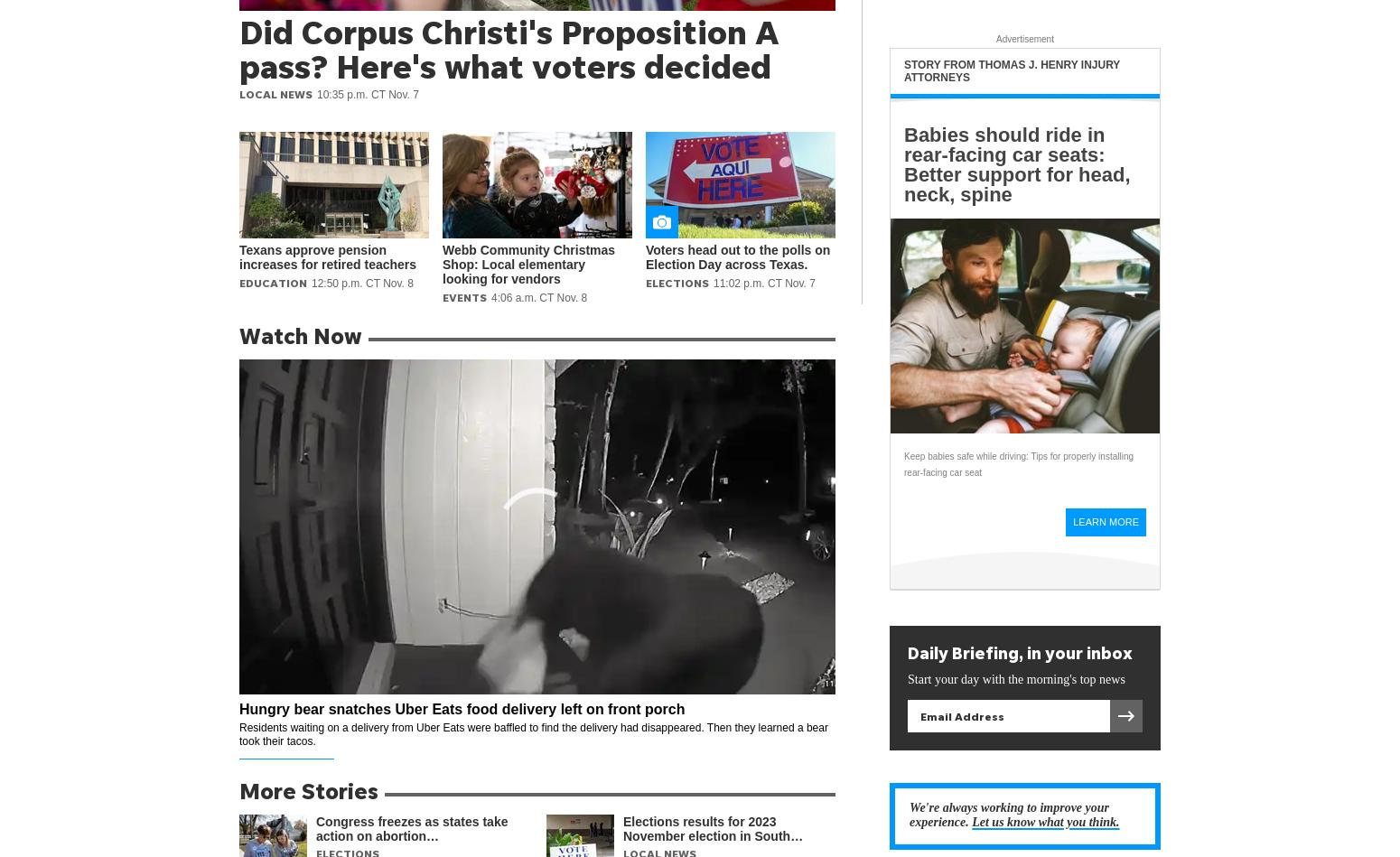 Image resolution: width=1400 pixels, height=857 pixels. Describe the element at coordinates (902, 463) in the screenshot. I see `'Keep babies safe while driving: Tips for properly installing rear-facing car seat'` at that location.